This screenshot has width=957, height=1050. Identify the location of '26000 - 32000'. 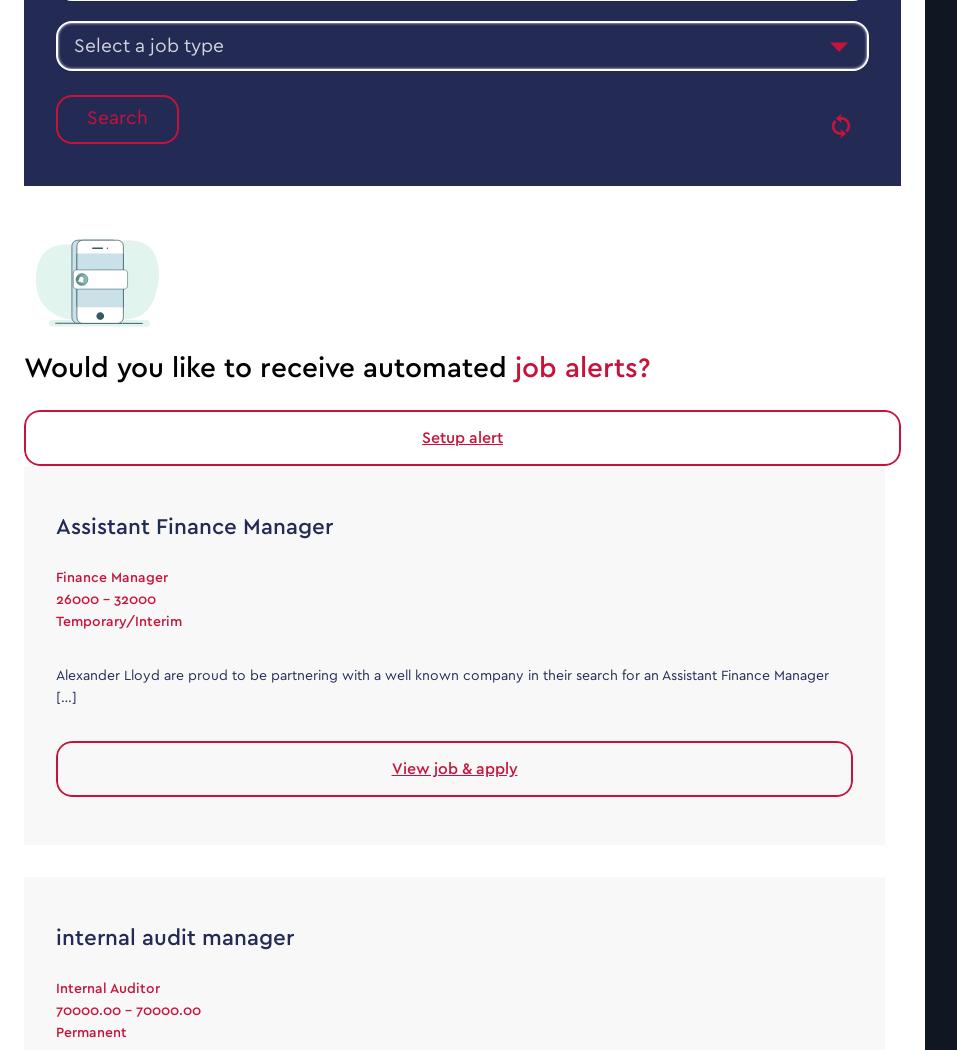
(106, 598).